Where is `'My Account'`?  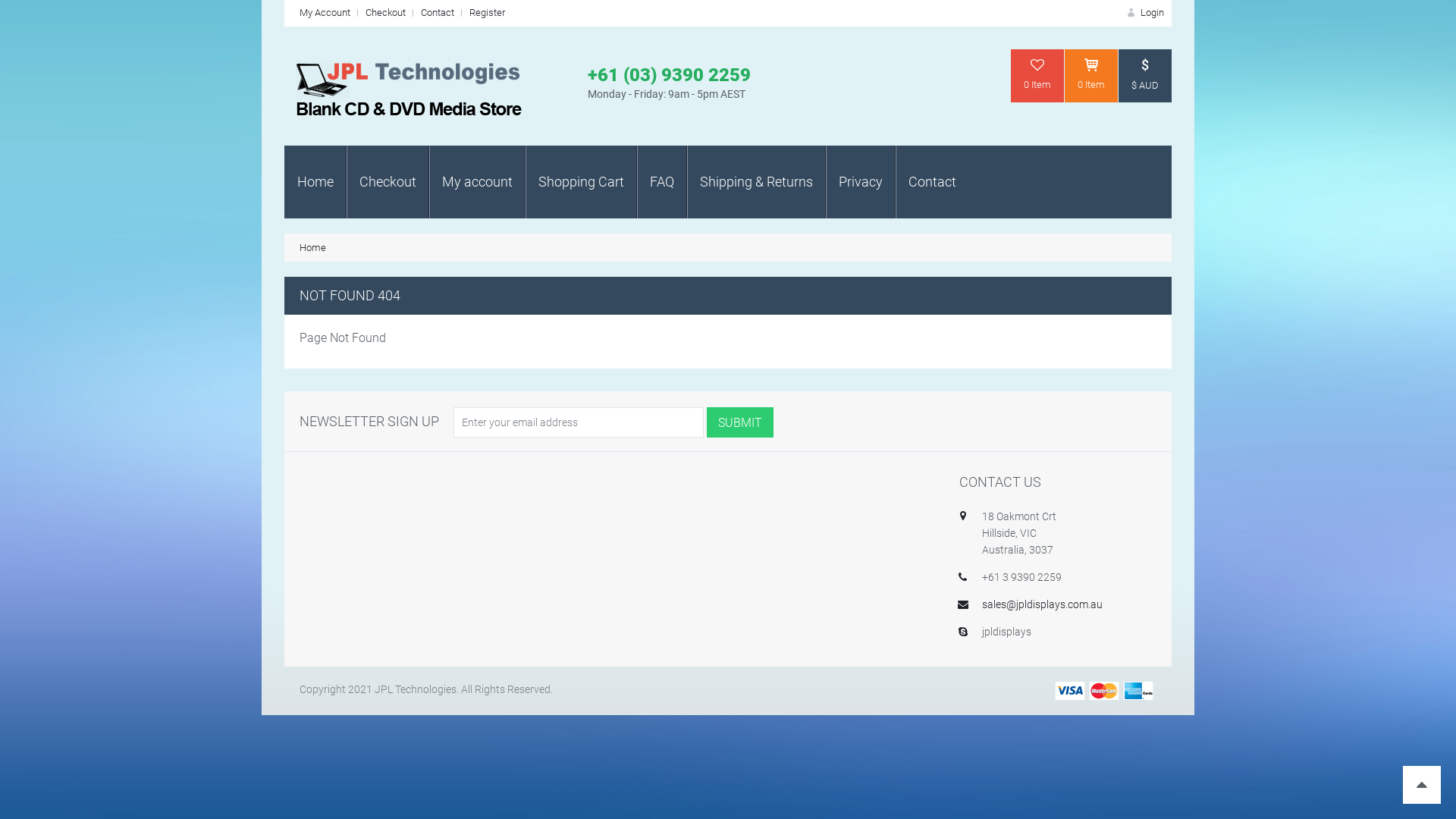 'My Account' is located at coordinates (324, 12).